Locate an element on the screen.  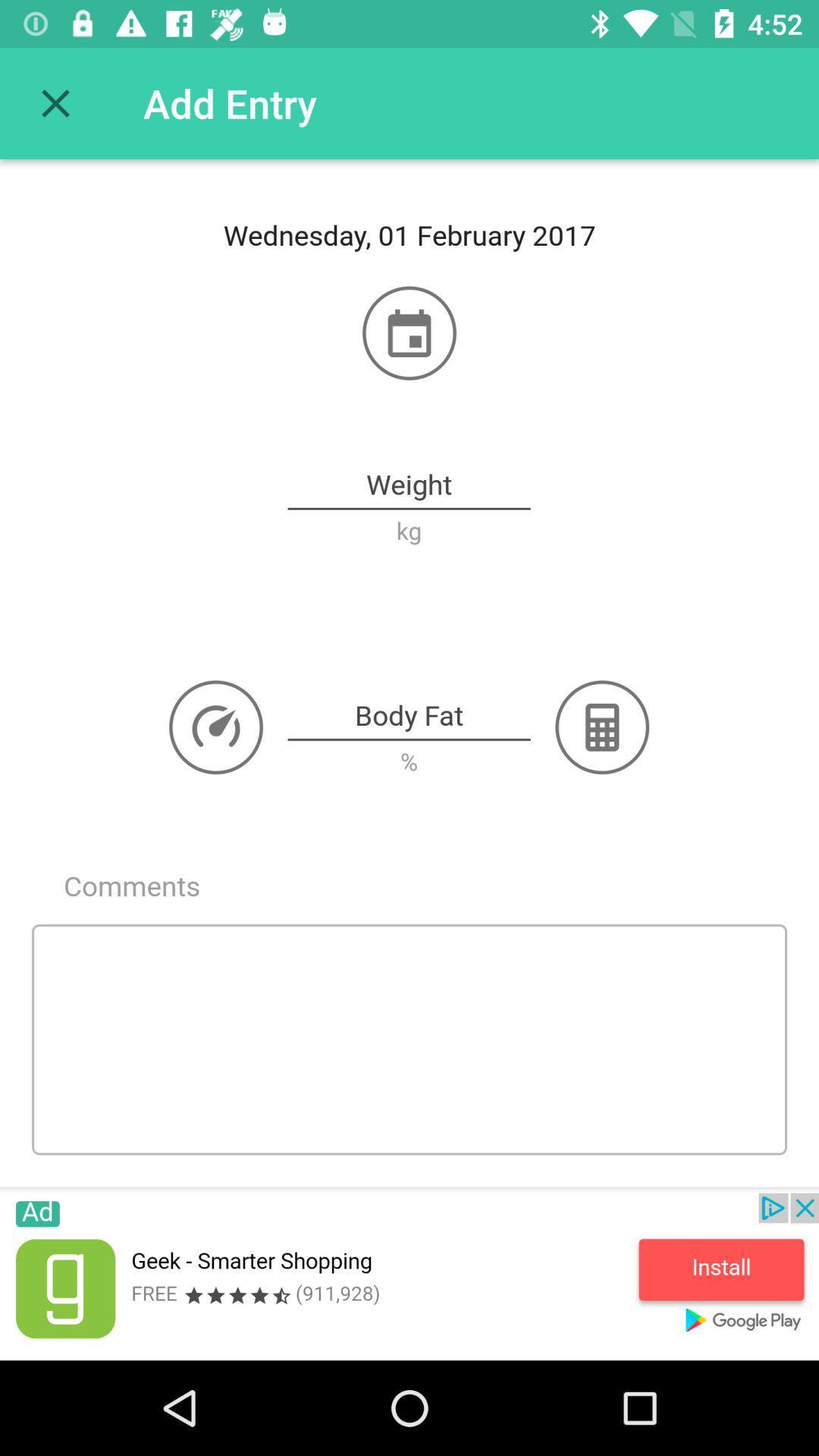
the label next to body fat is located at coordinates (601, 726).